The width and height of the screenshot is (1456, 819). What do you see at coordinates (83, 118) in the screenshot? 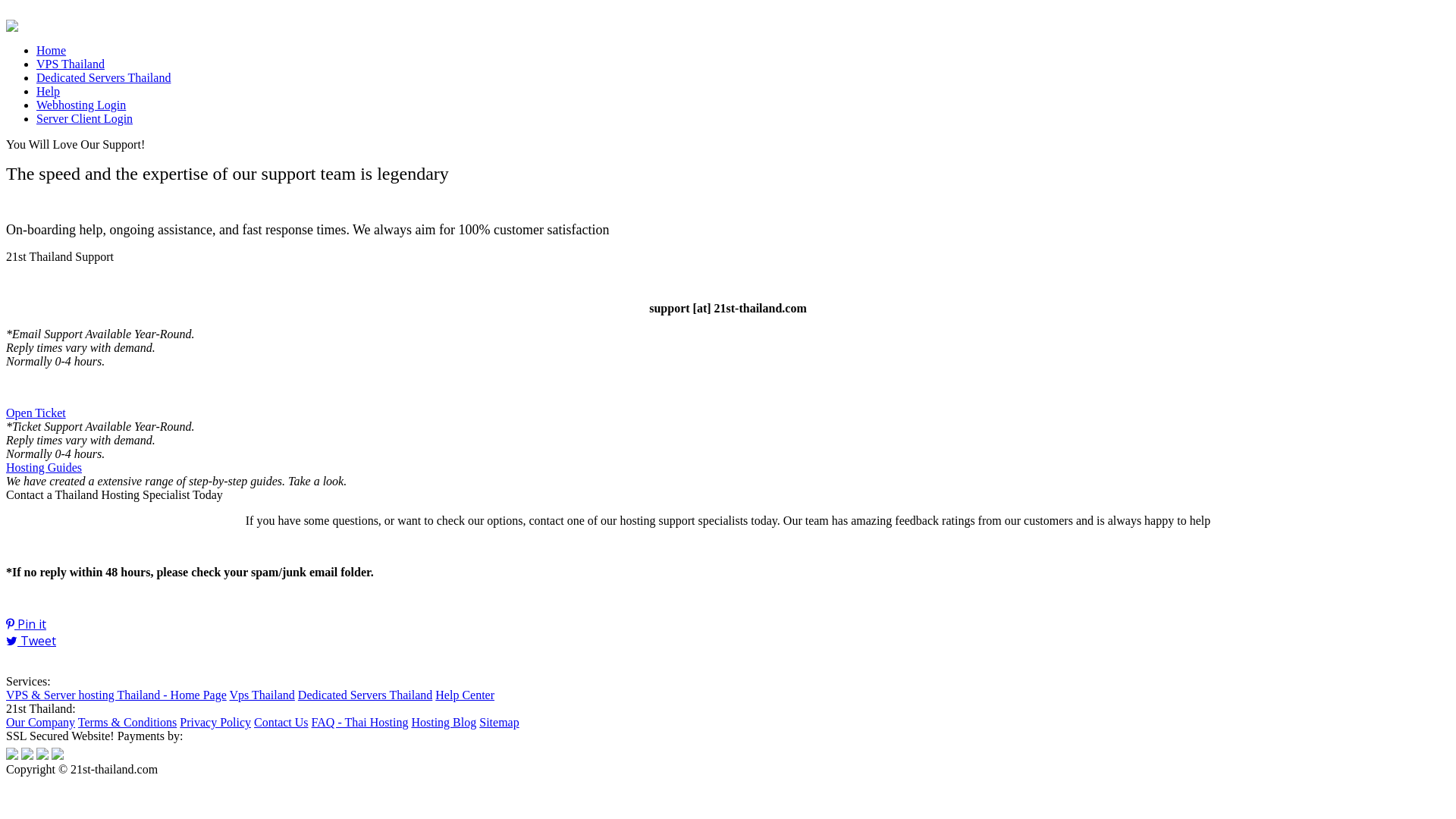
I see `'Server Client Login'` at bounding box center [83, 118].